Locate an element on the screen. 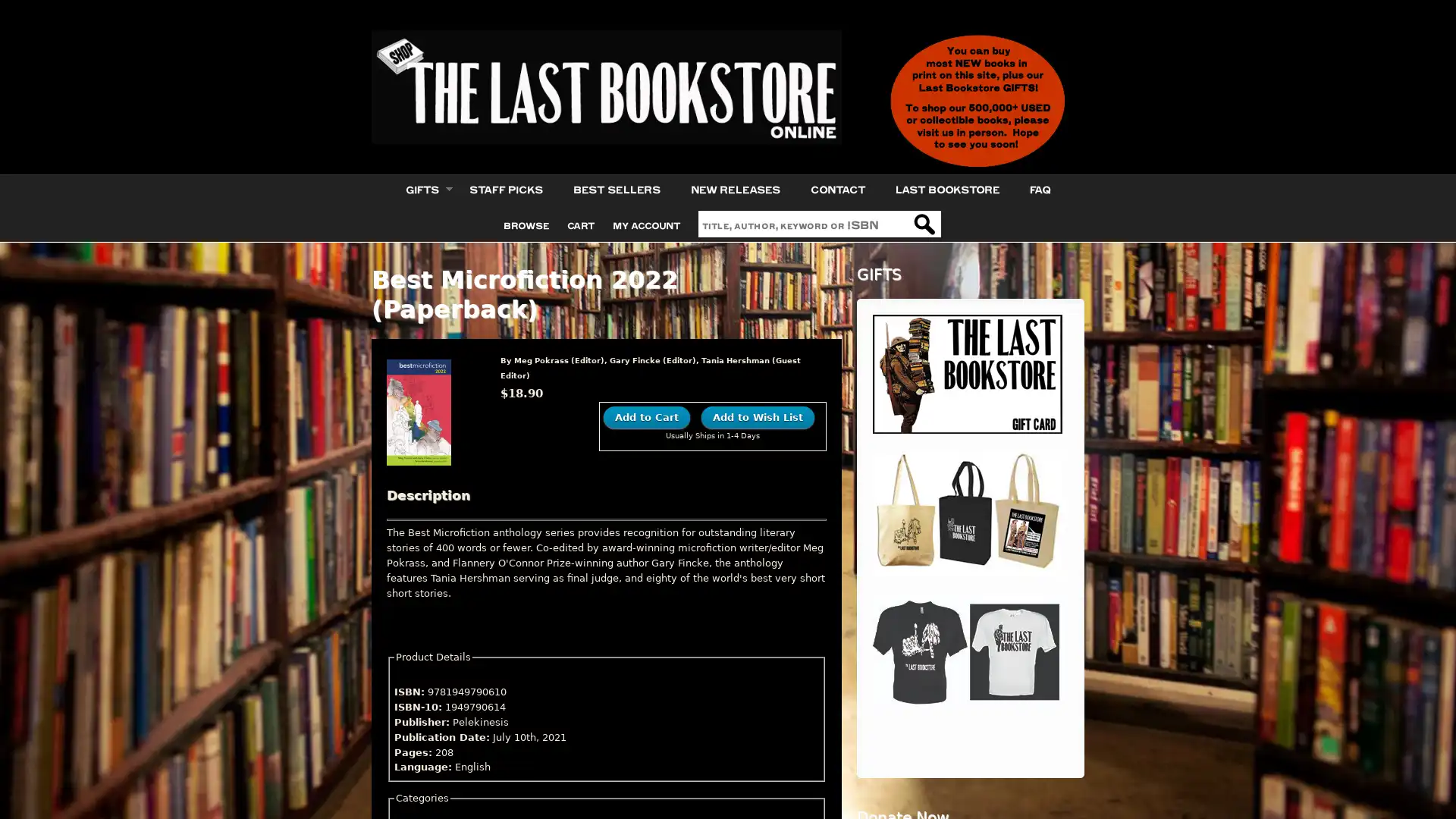  Add to Cart is located at coordinates (647, 416).